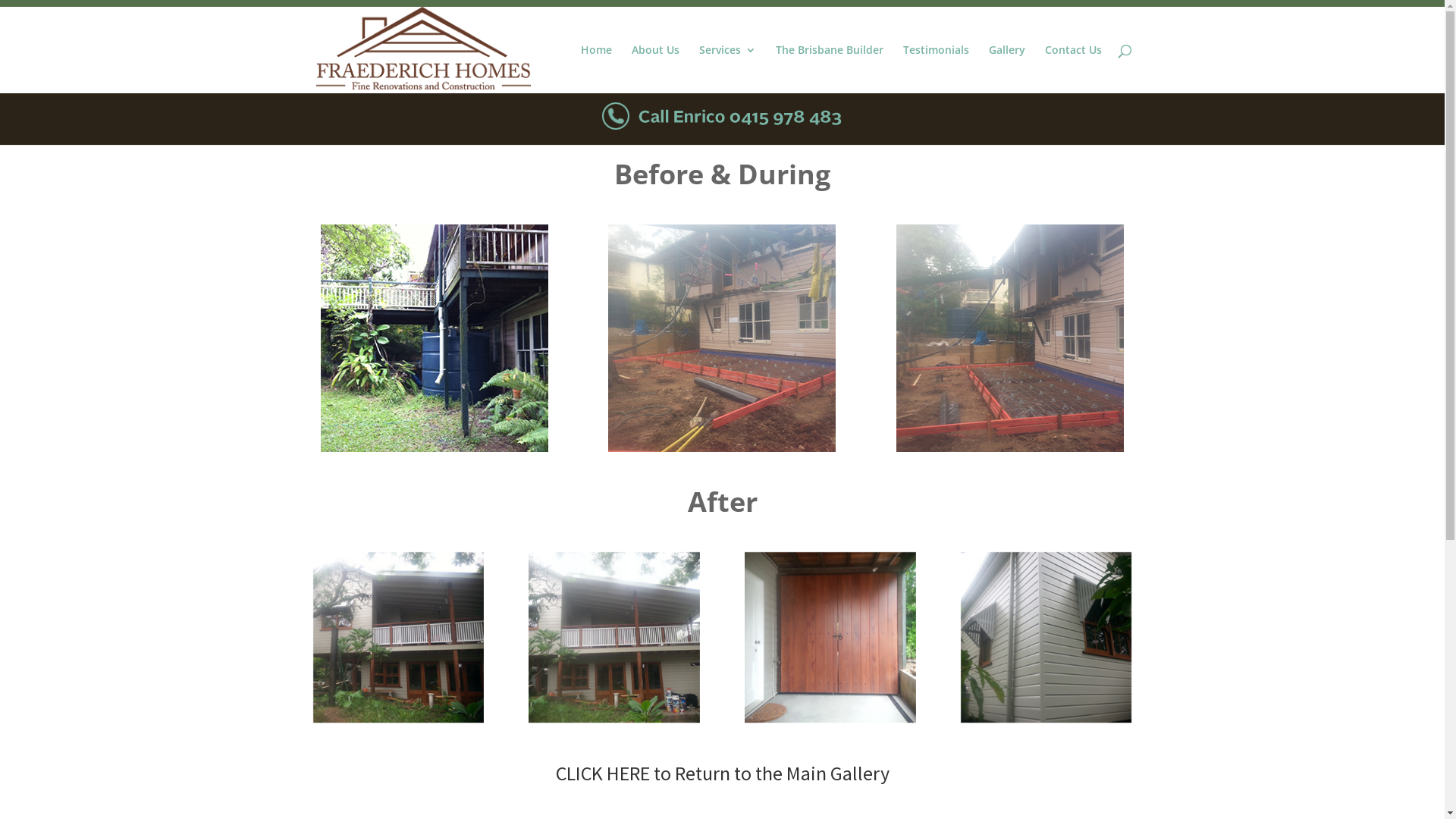  What do you see at coordinates (319, 337) in the screenshot?
I see `'Extend Upstairs and Down Before 01'` at bounding box center [319, 337].